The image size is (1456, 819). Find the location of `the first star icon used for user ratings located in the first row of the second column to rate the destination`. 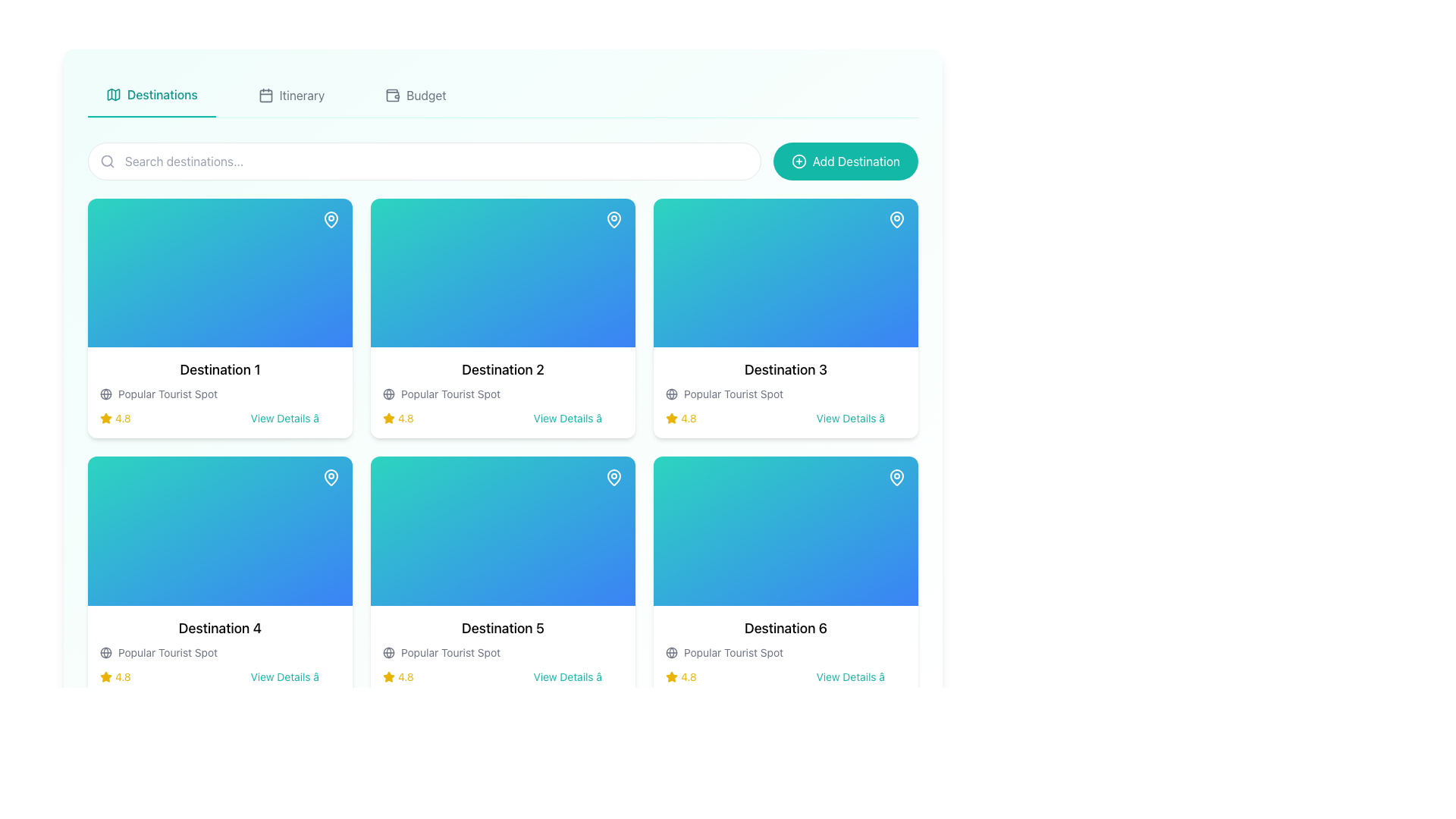

the first star icon used for user ratings located in the first row of the second column to rate the destination is located at coordinates (671, 418).